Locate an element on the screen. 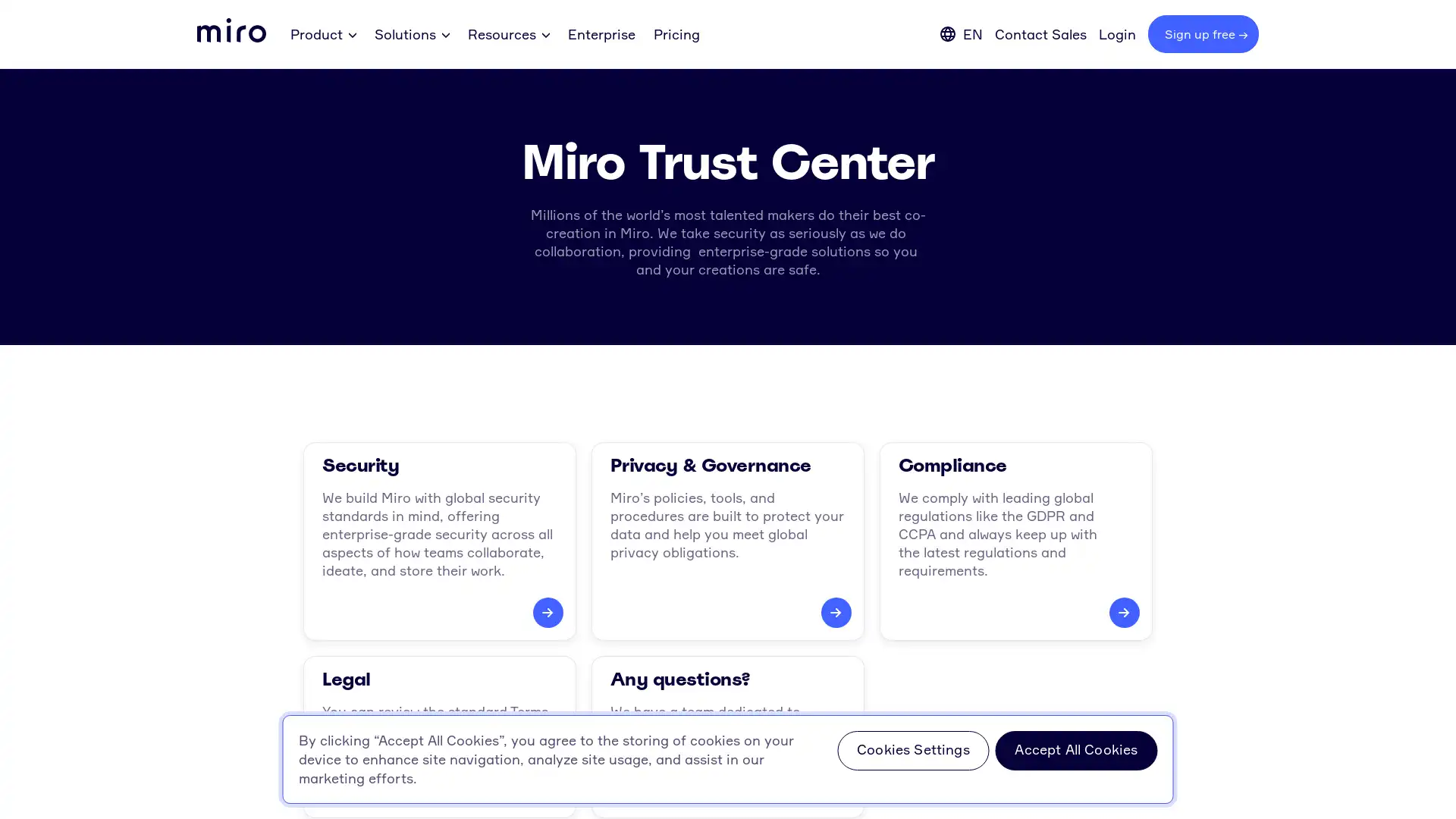 The image size is (1456, 819). Cookies Settings is located at coordinates (912, 751).